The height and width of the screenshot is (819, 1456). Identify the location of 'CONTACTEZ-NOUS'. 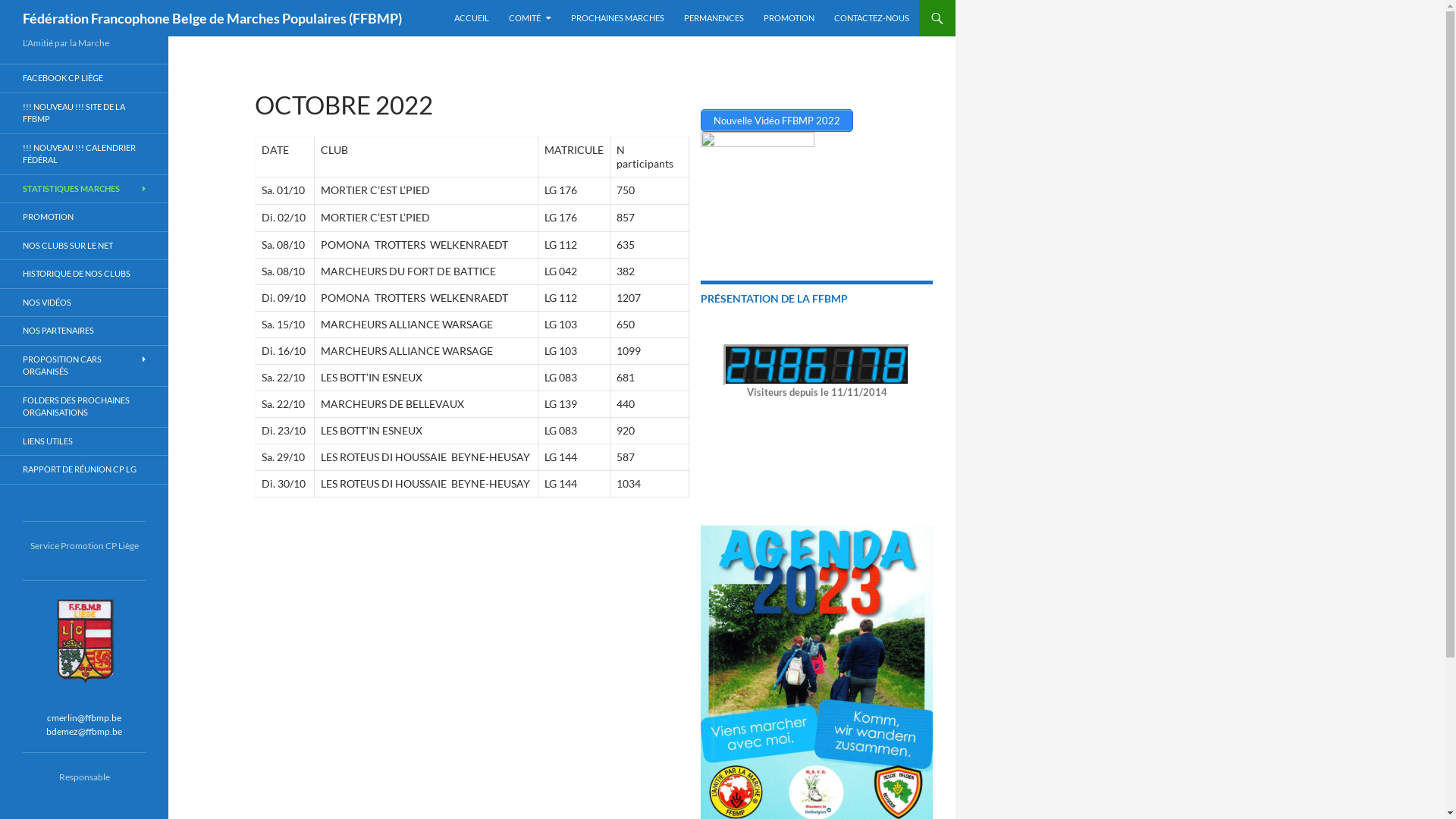
(871, 17).